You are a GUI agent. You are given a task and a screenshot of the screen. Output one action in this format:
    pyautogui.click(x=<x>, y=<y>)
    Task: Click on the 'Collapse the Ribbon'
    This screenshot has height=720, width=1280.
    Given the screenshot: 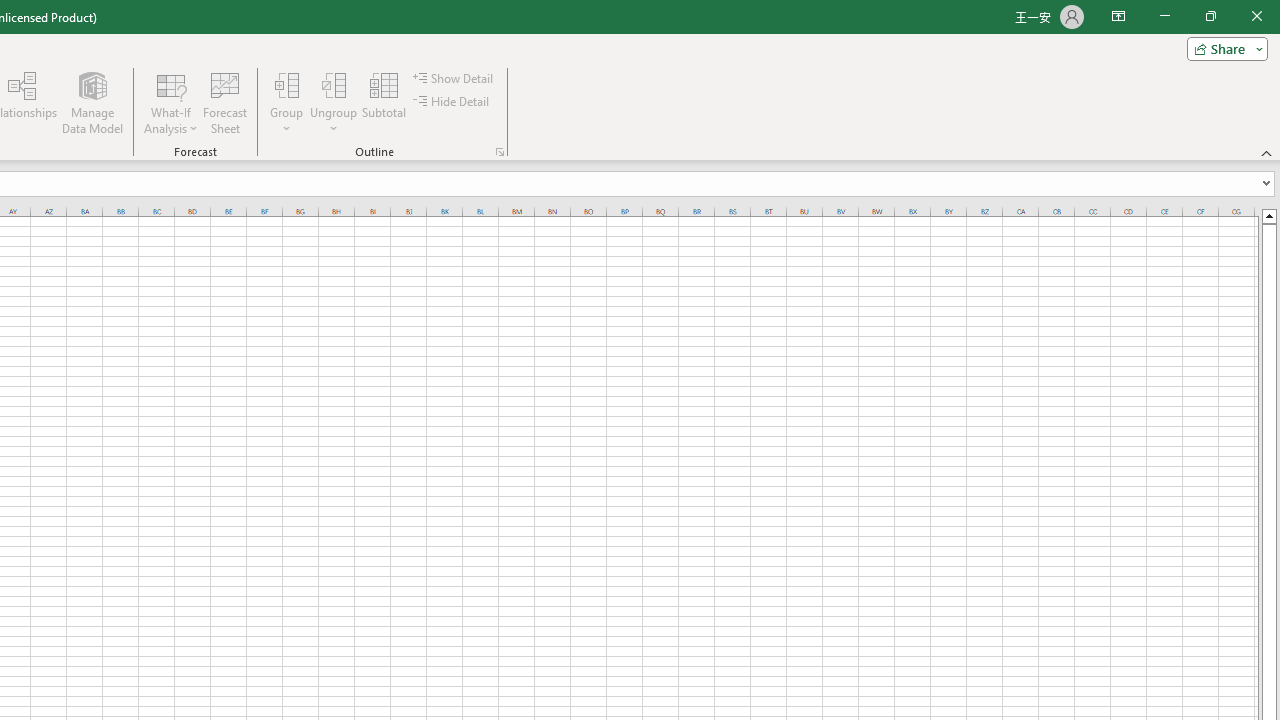 What is the action you would take?
    pyautogui.click(x=1266, y=152)
    